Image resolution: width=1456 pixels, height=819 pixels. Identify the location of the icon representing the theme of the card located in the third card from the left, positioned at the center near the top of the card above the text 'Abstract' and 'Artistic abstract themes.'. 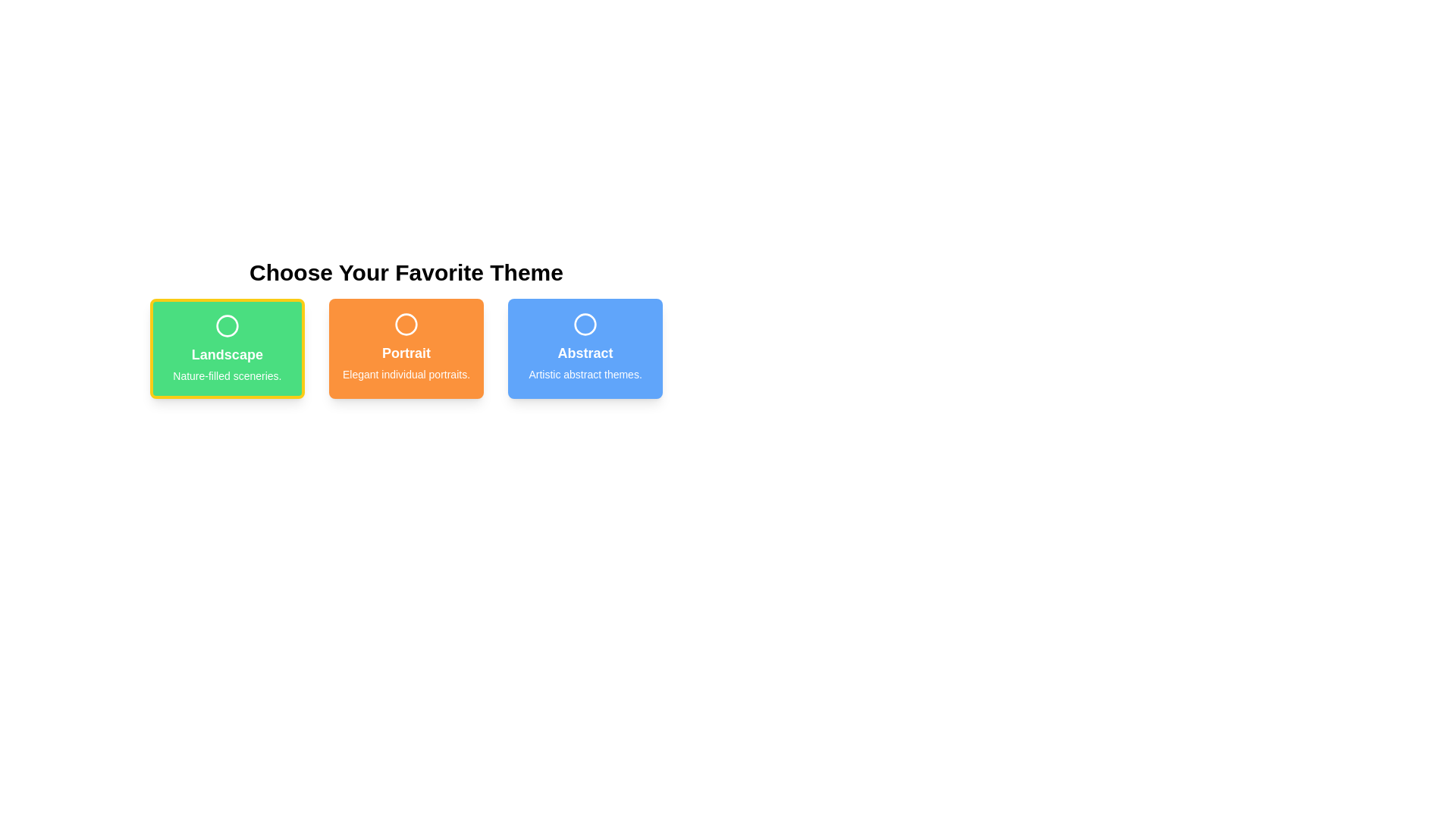
(585, 324).